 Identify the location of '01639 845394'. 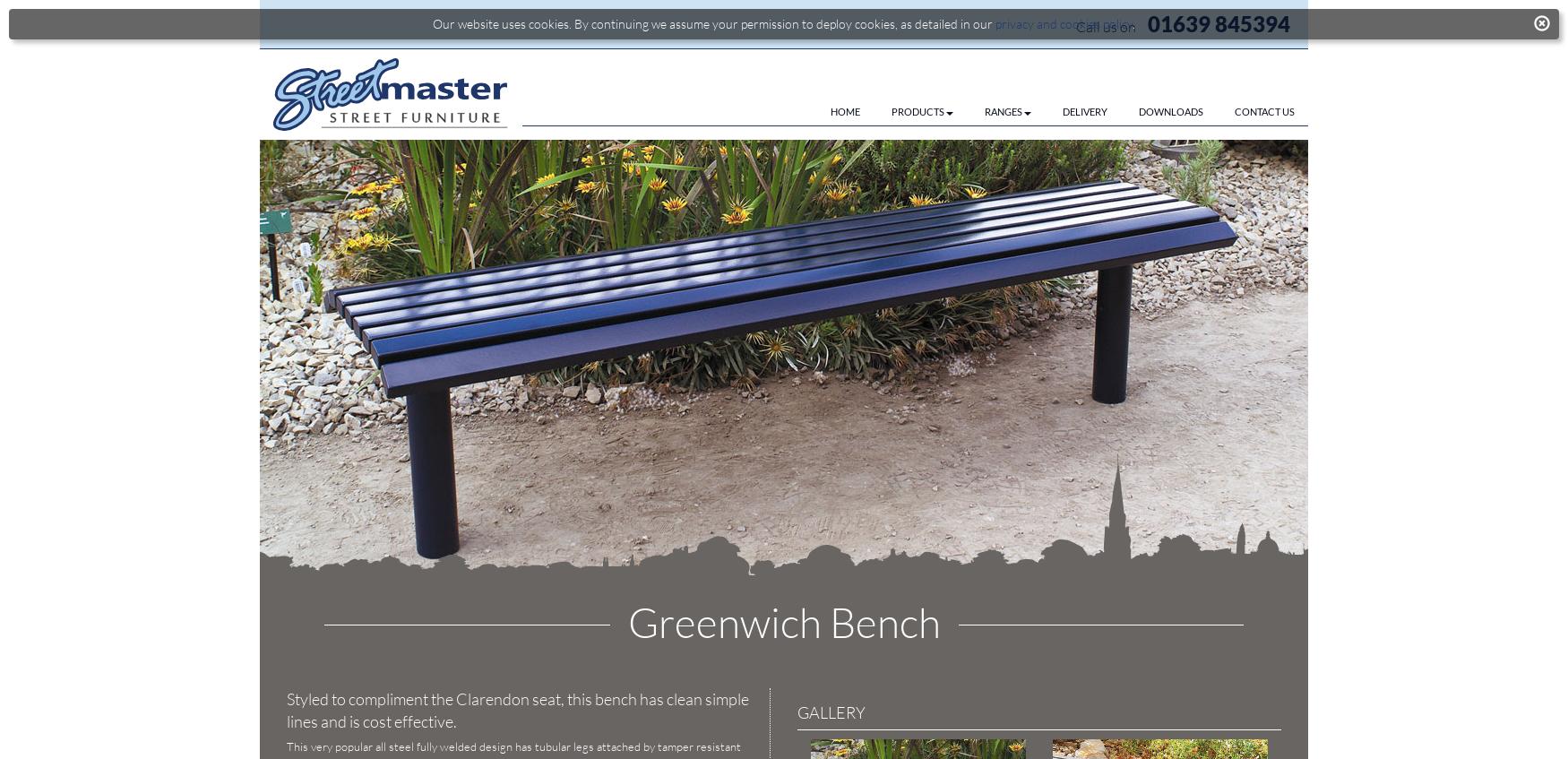
(1219, 22).